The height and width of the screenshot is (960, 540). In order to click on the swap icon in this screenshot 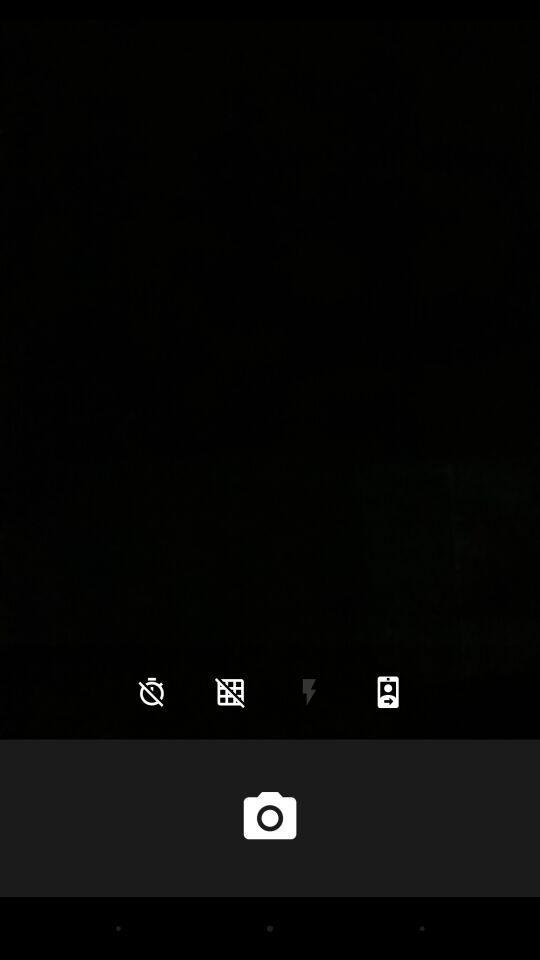, I will do `click(388, 692)`.